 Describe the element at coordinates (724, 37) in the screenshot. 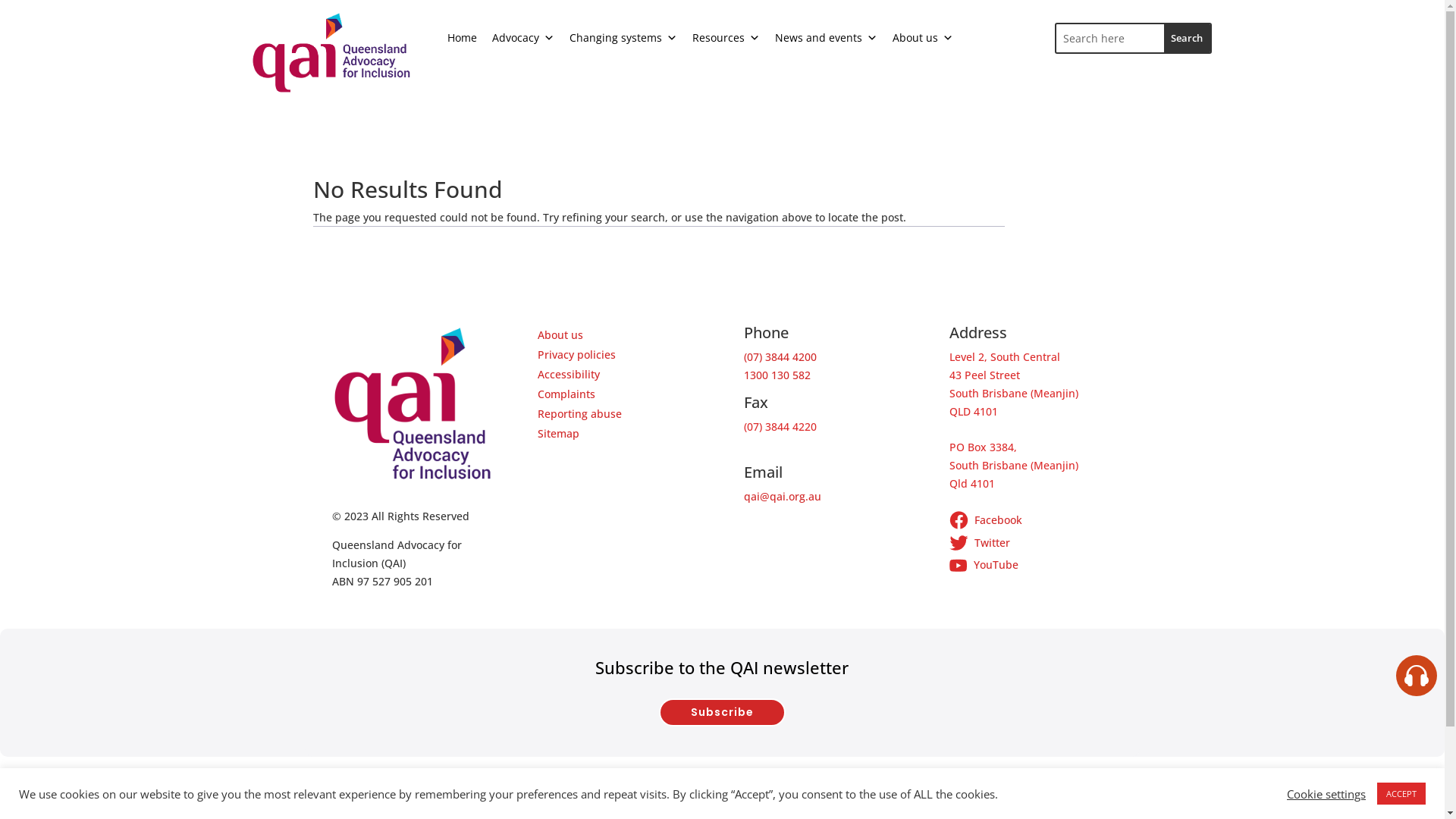

I see `'Resources'` at that location.